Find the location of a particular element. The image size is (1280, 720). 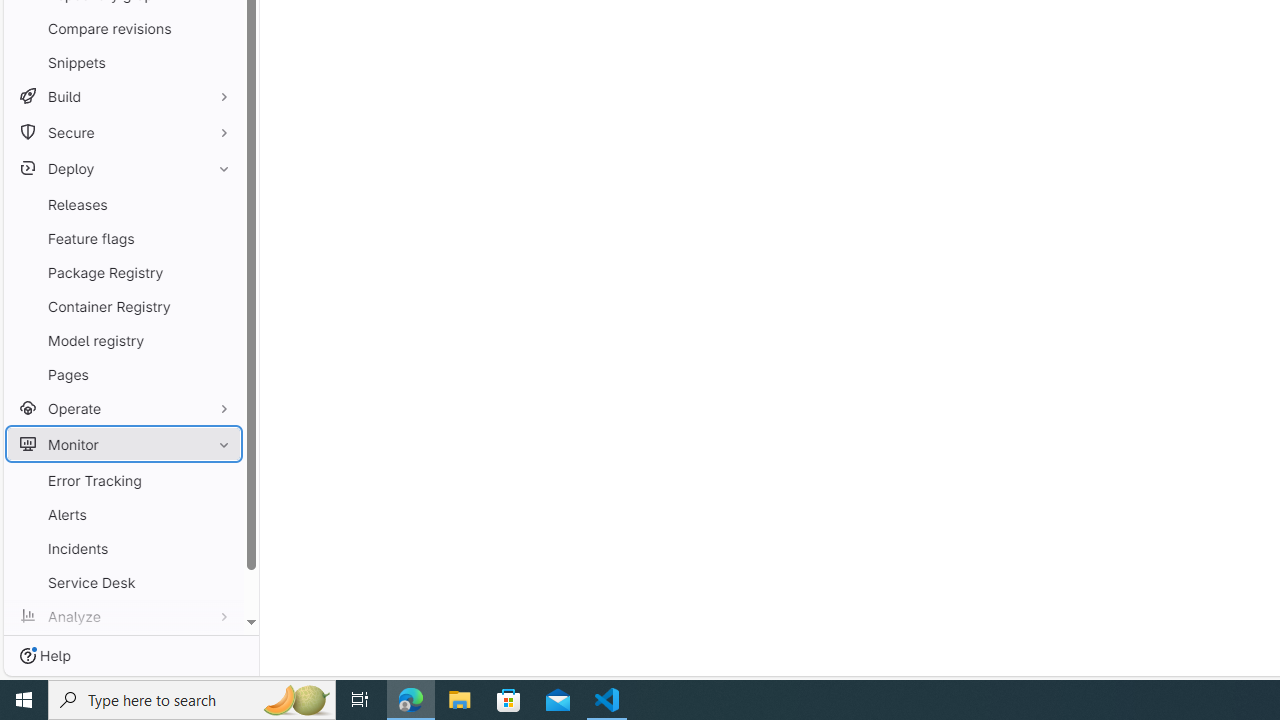

'Secure' is located at coordinates (123, 132).